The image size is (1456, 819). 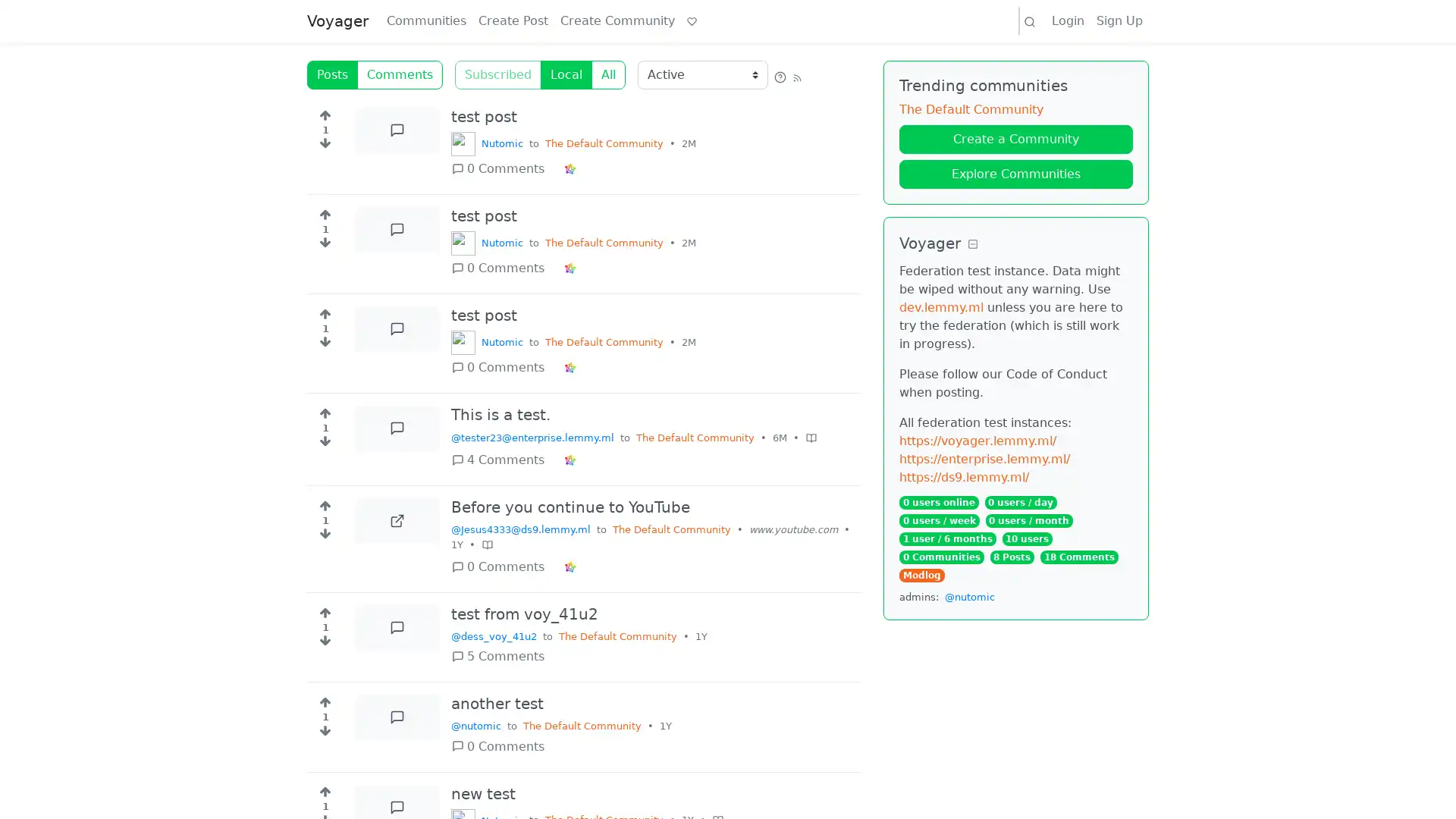 I want to click on 0 Comments, so click(x=502, y=567).